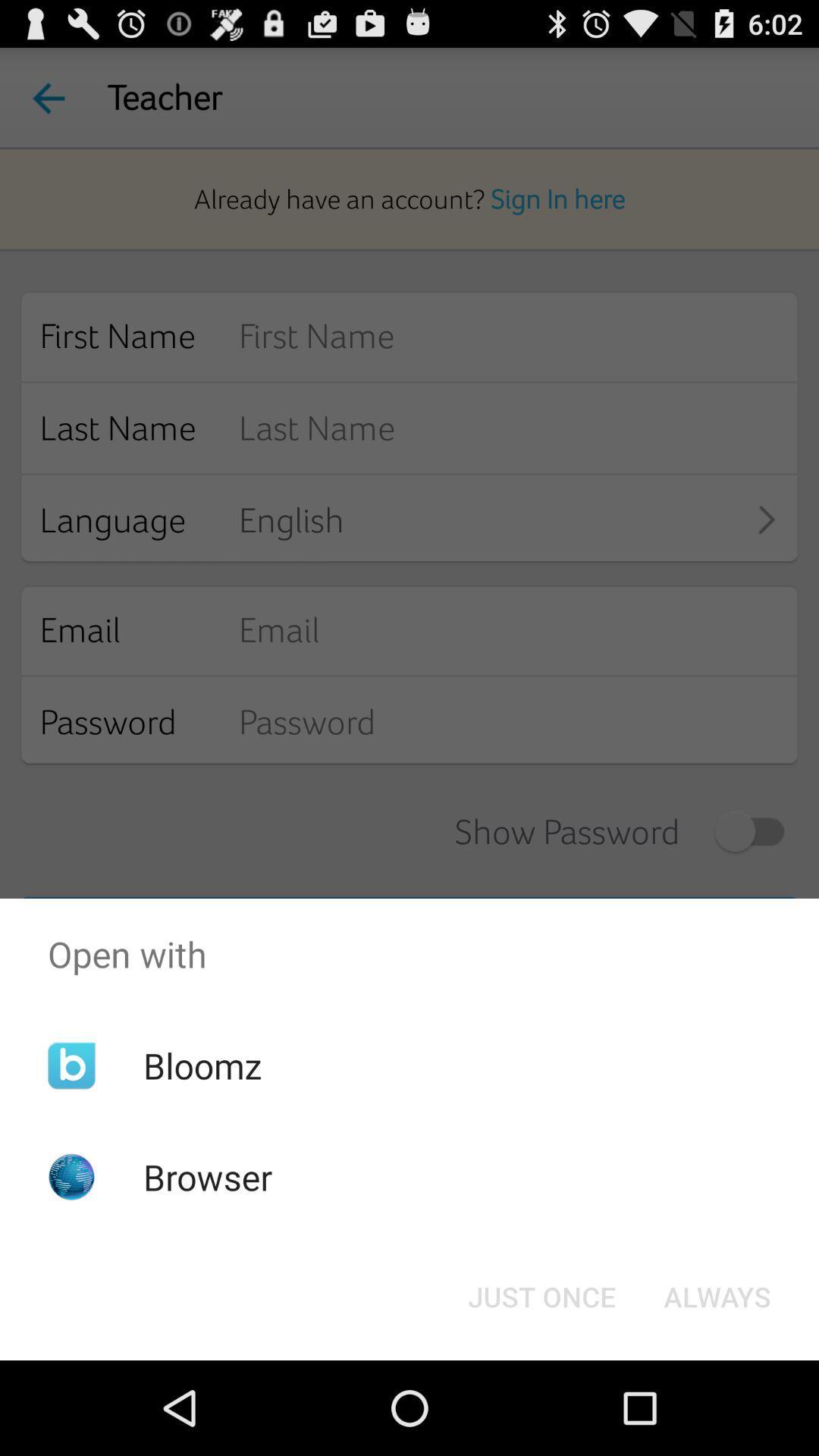  I want to click on the browser app, so click(208, 1176).